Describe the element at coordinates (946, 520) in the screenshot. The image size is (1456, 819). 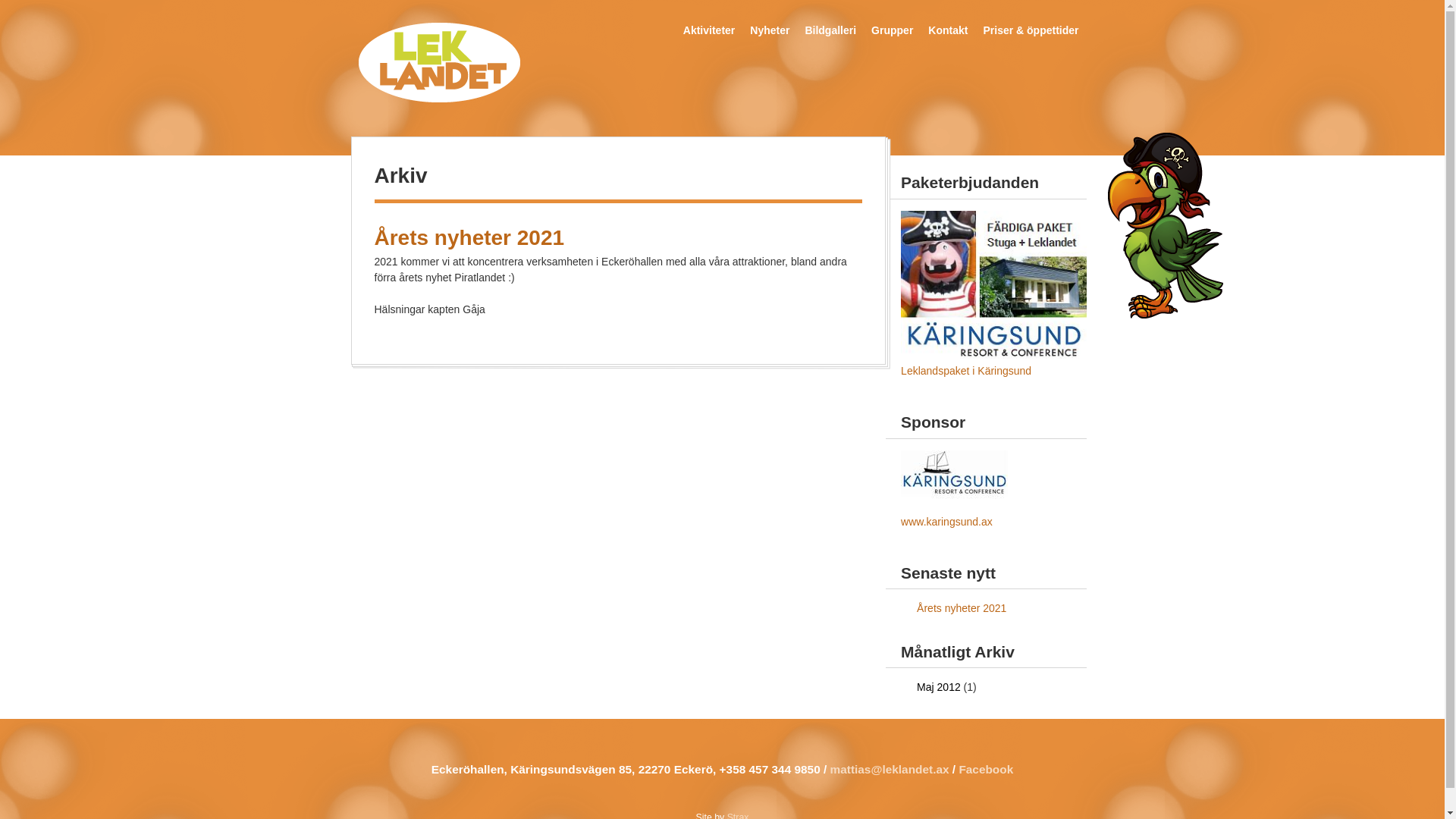
I see `'www.karingsund.ax'` at that location.